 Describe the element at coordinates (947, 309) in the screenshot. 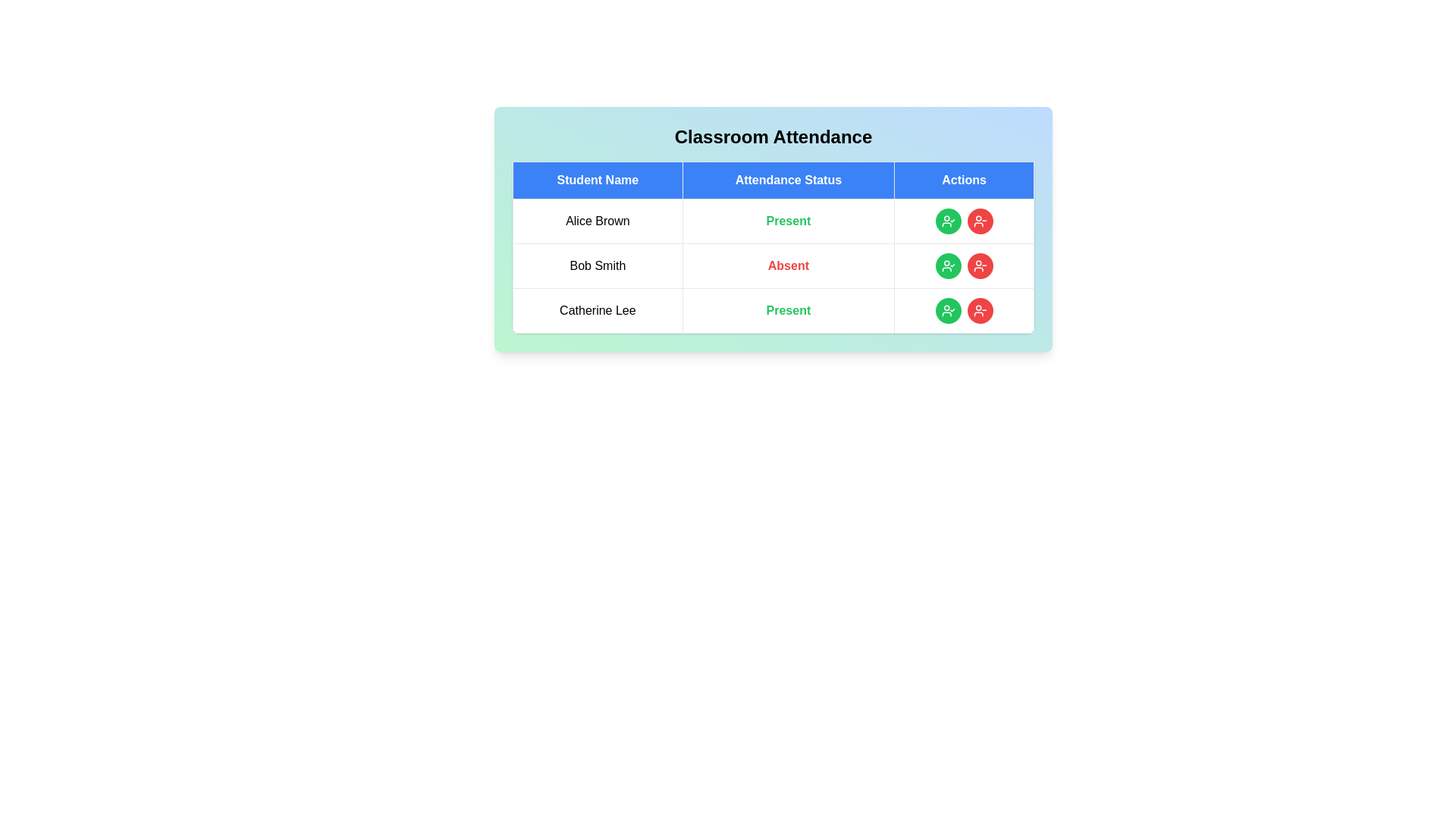

I see `'Mark Present' button for the student identified by Catherine Lee` at that location.